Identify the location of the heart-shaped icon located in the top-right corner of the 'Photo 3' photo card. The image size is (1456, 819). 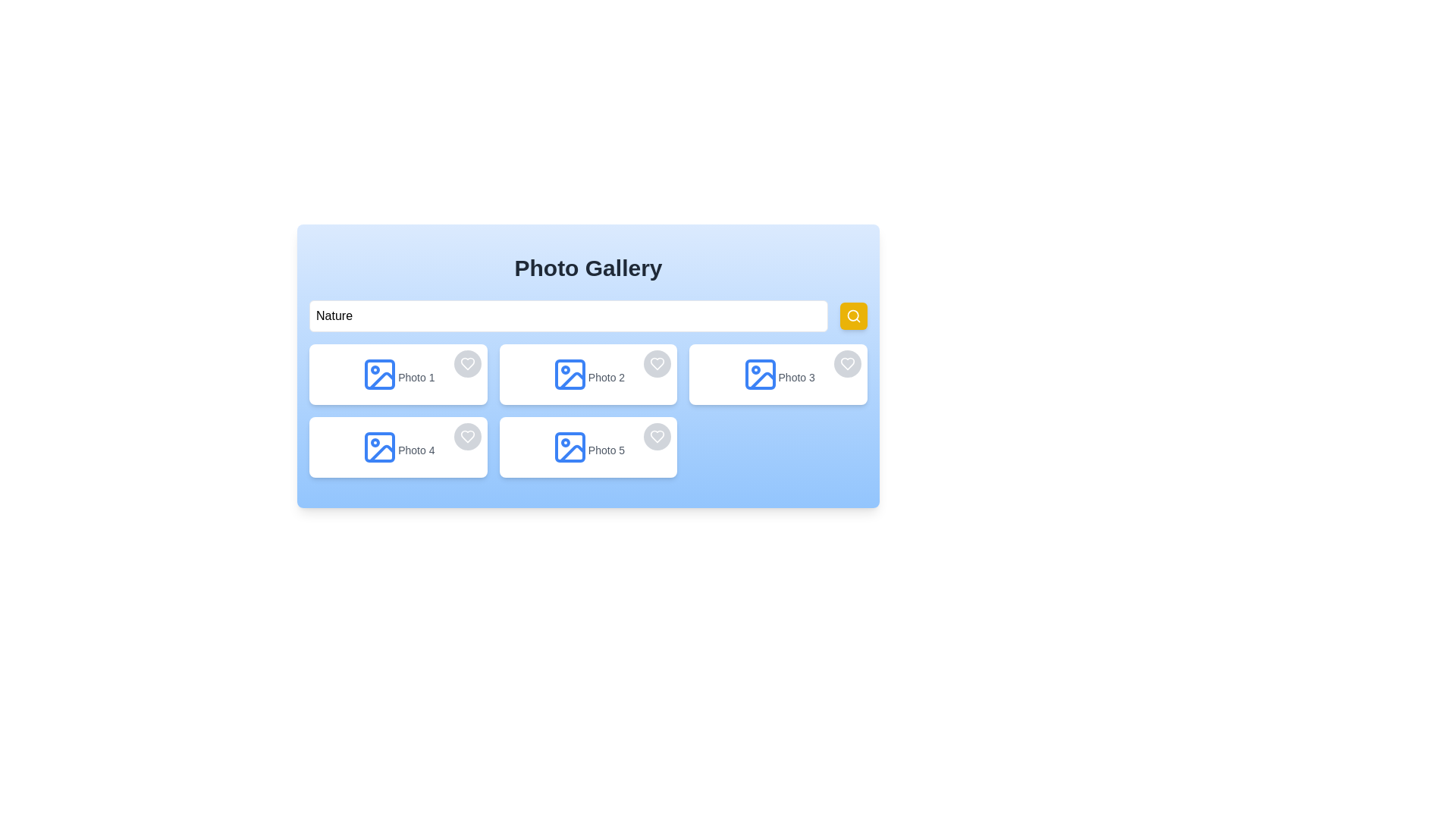
(847, 363).